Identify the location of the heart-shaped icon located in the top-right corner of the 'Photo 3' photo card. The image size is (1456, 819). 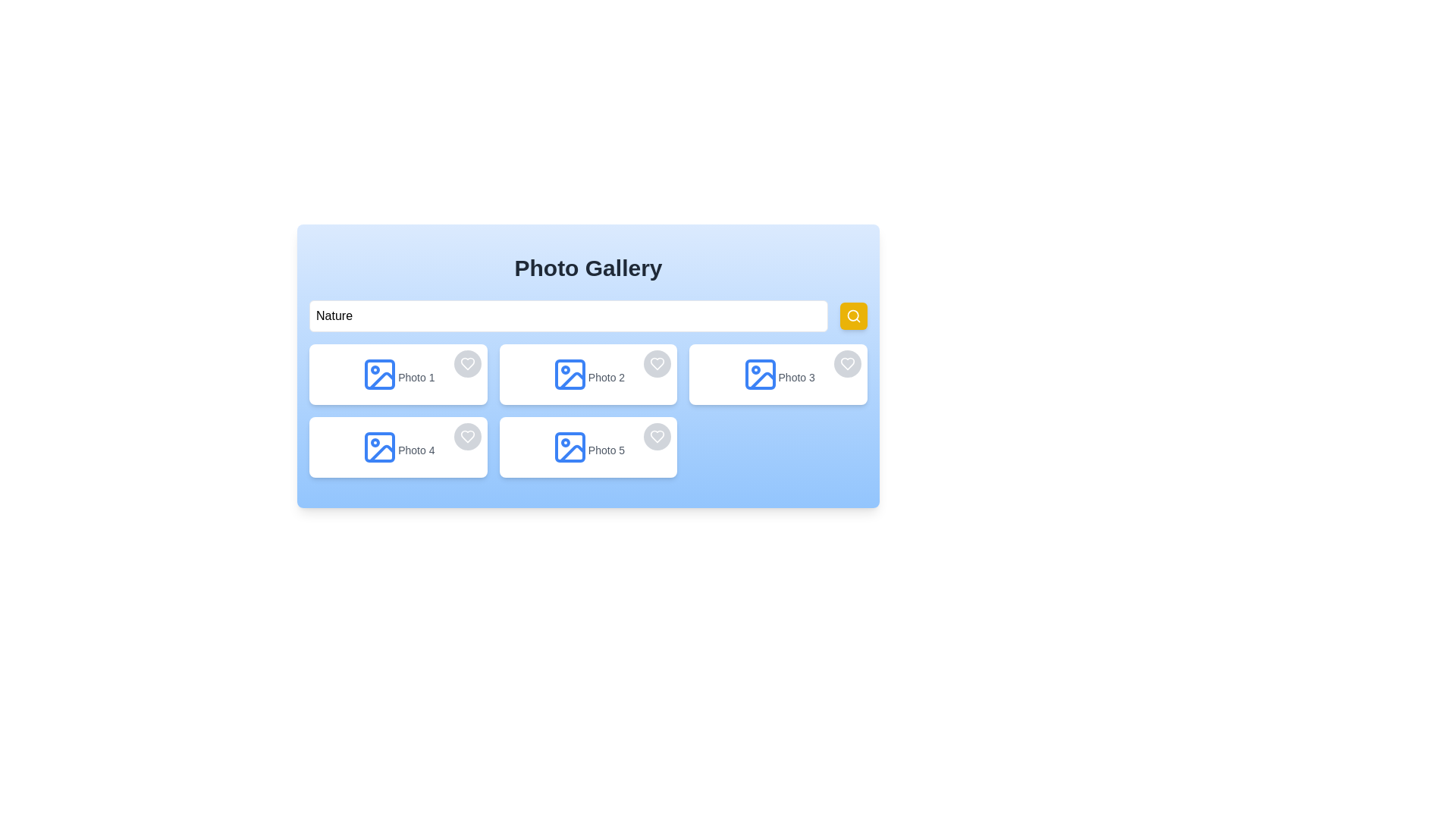
(847, 363).